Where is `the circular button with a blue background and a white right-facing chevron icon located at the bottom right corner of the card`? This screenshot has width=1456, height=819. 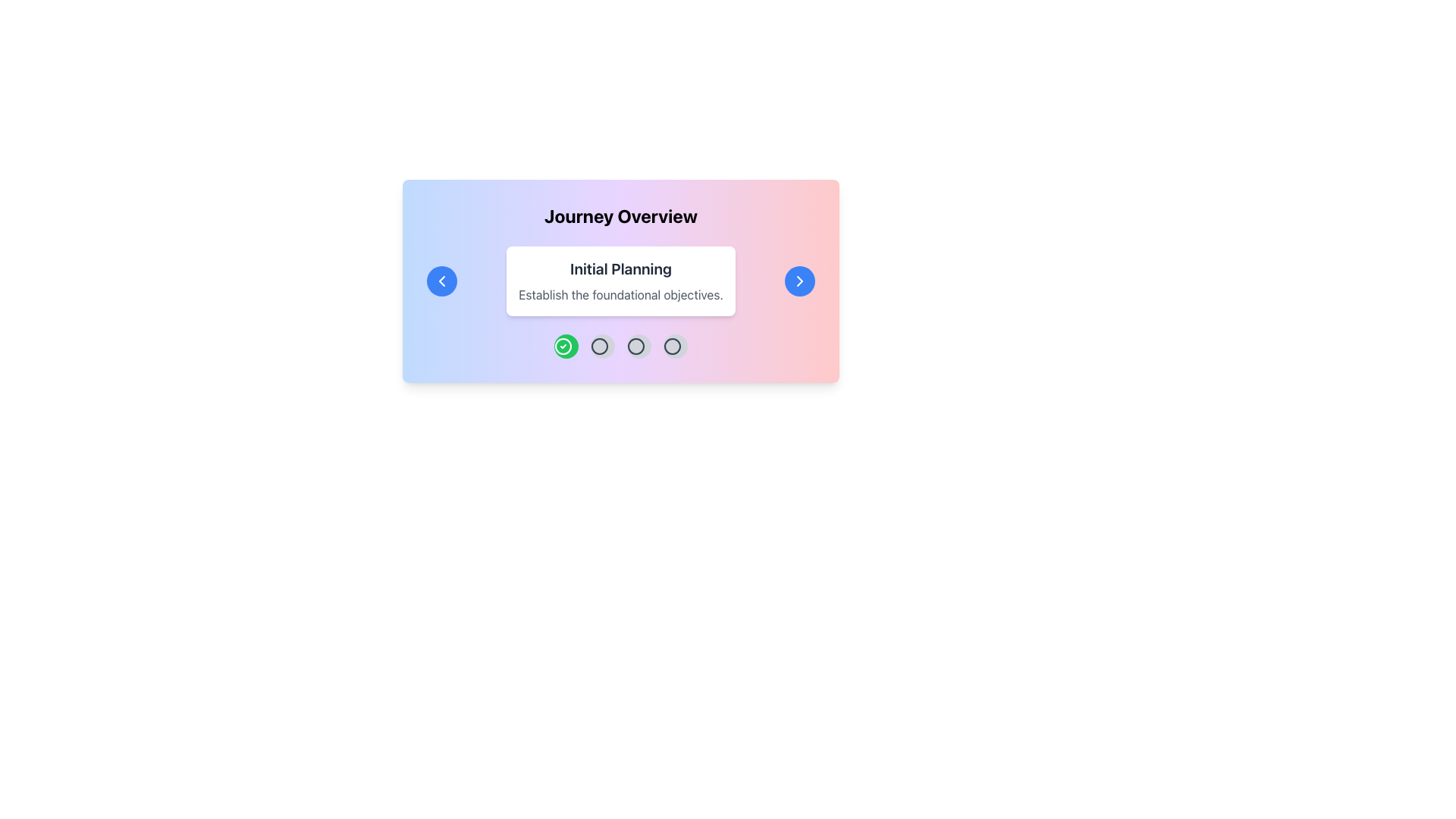
the circular button with a blue background and a white right-facing chevron icon located at the bottom right corner of the card is located at coordinates (799, 281).